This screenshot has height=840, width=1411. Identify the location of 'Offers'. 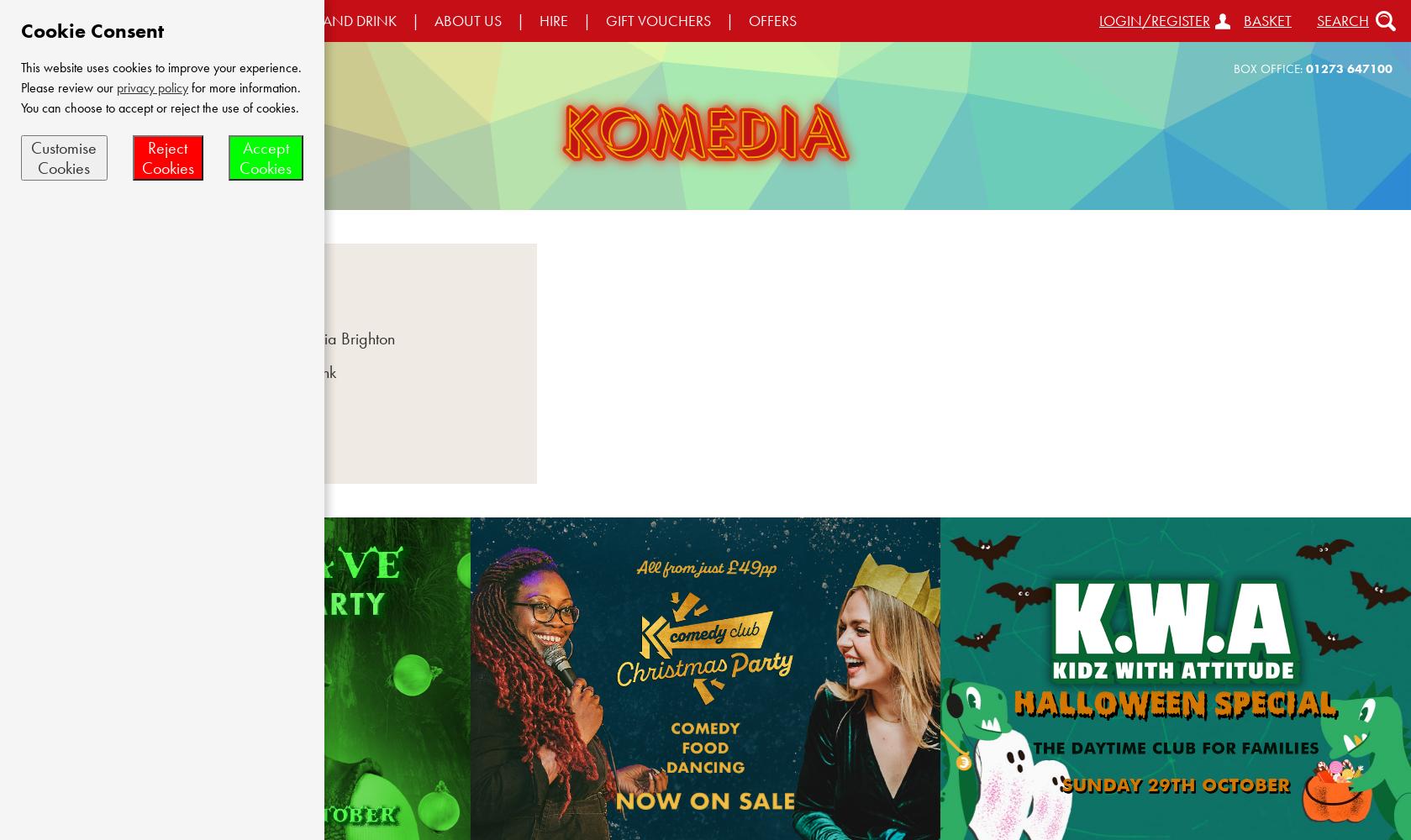
(234, 304).